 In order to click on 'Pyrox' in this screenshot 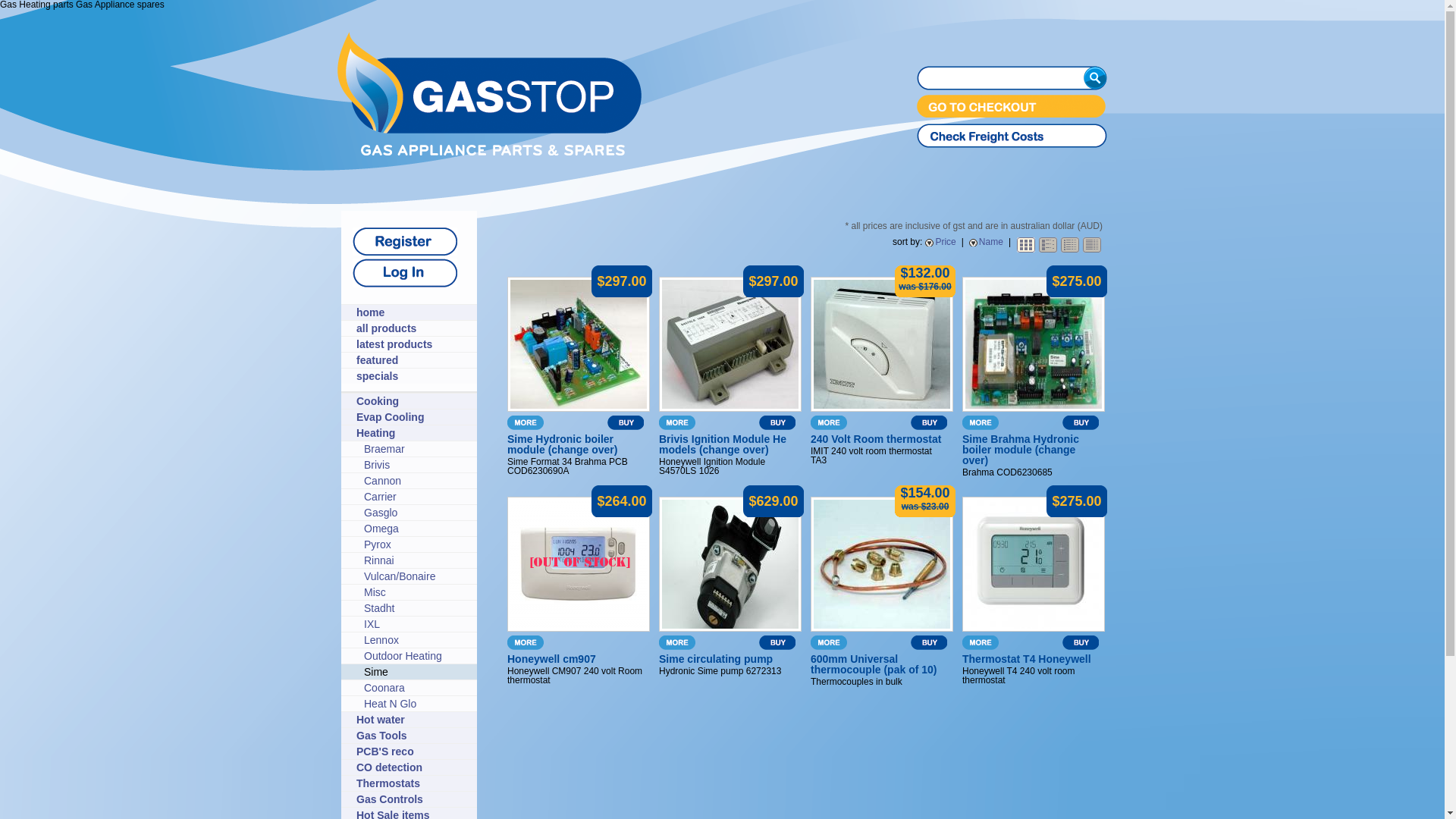, I will do `click(416, 543)`.